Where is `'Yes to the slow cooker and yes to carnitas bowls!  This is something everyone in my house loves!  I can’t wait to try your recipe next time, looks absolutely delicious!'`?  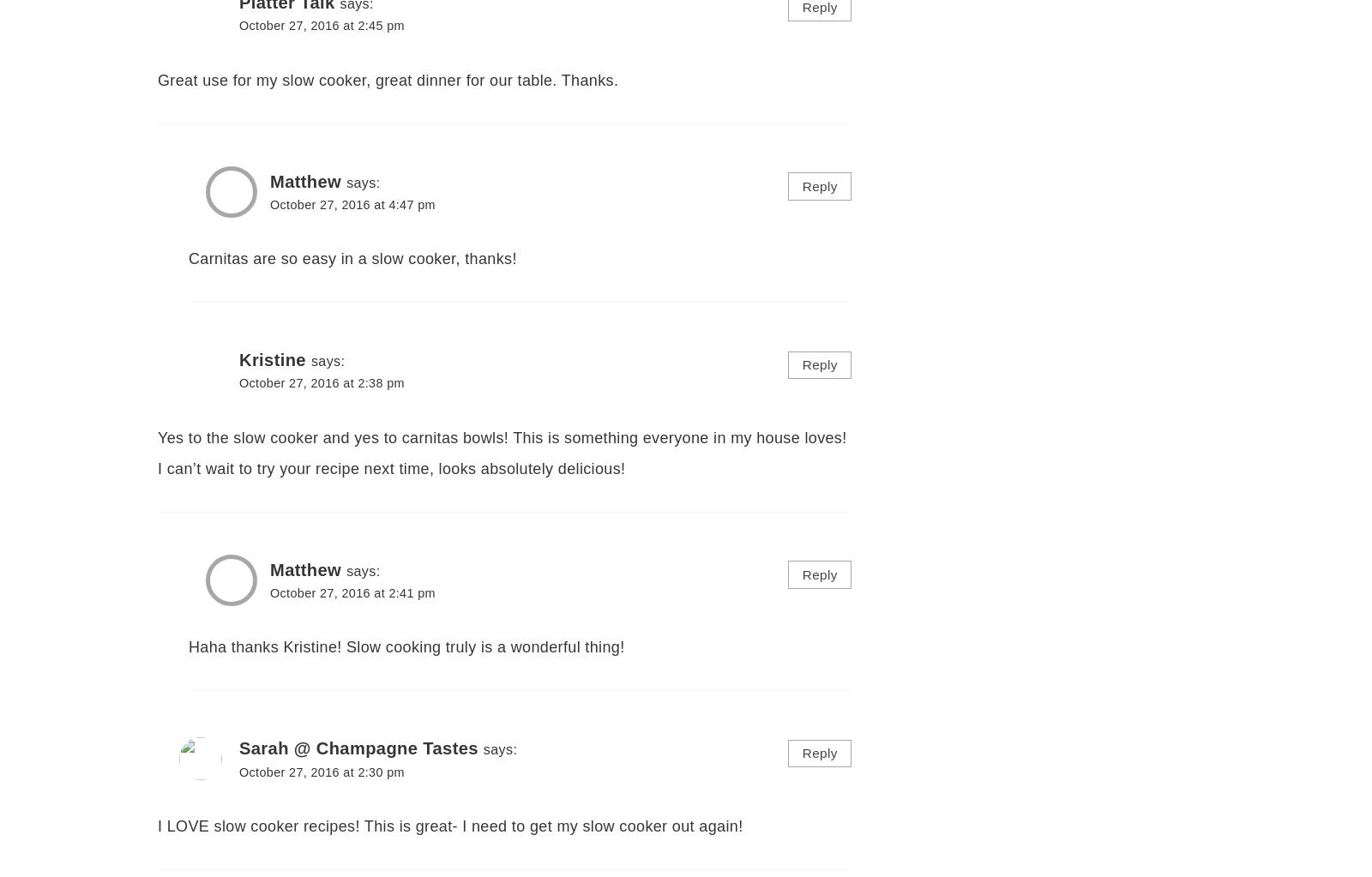 'Yes to the slow cooker and yes to carnitas bowls!  This is something everyone in my house loves!  I can’t wait to try your recipe next time, looks absolutely delicious!' is located at coordinates (501, 451).